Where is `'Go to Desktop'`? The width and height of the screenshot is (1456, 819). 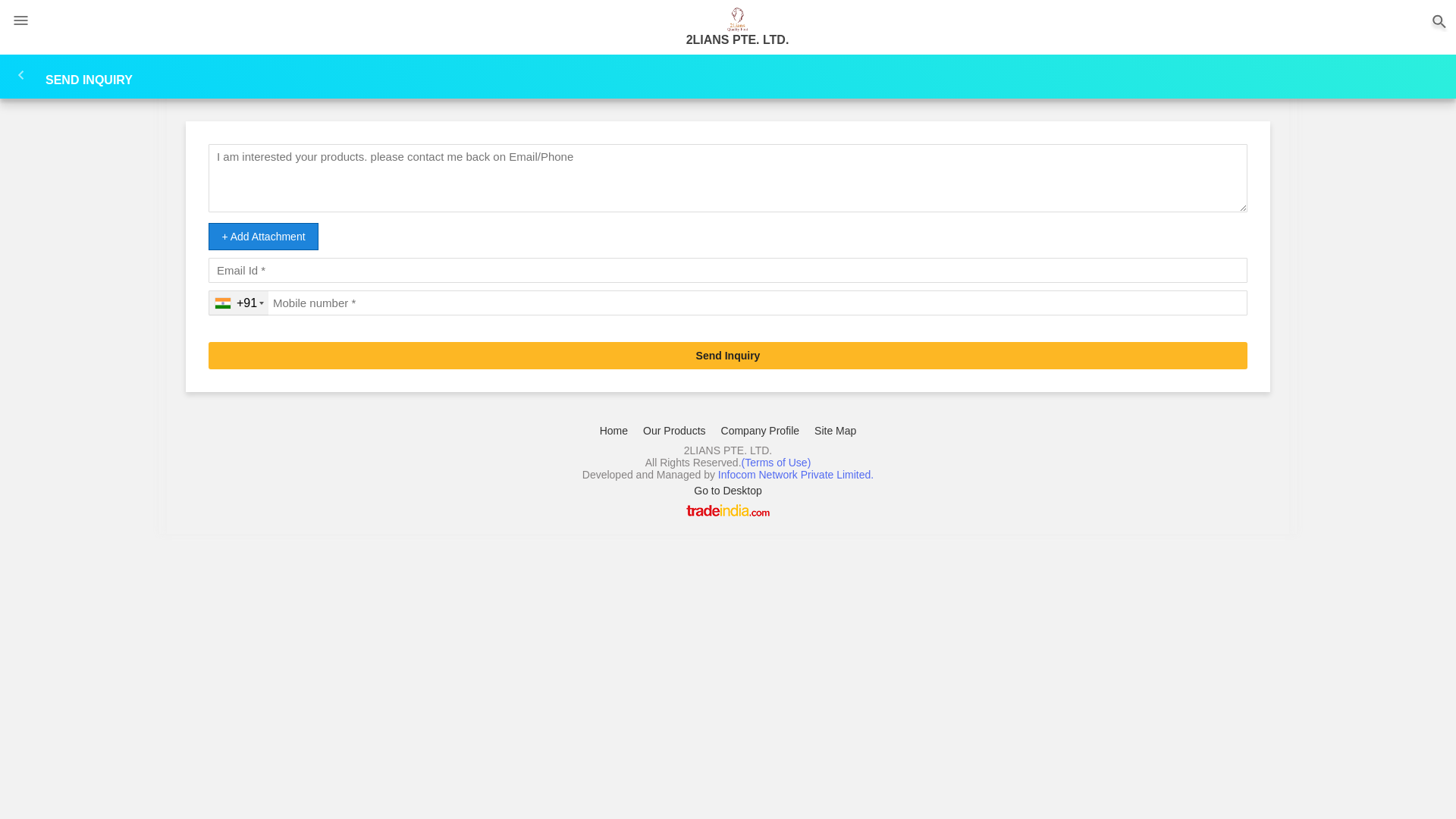
'Go to Desktop' is located at coordinates (728, 491).